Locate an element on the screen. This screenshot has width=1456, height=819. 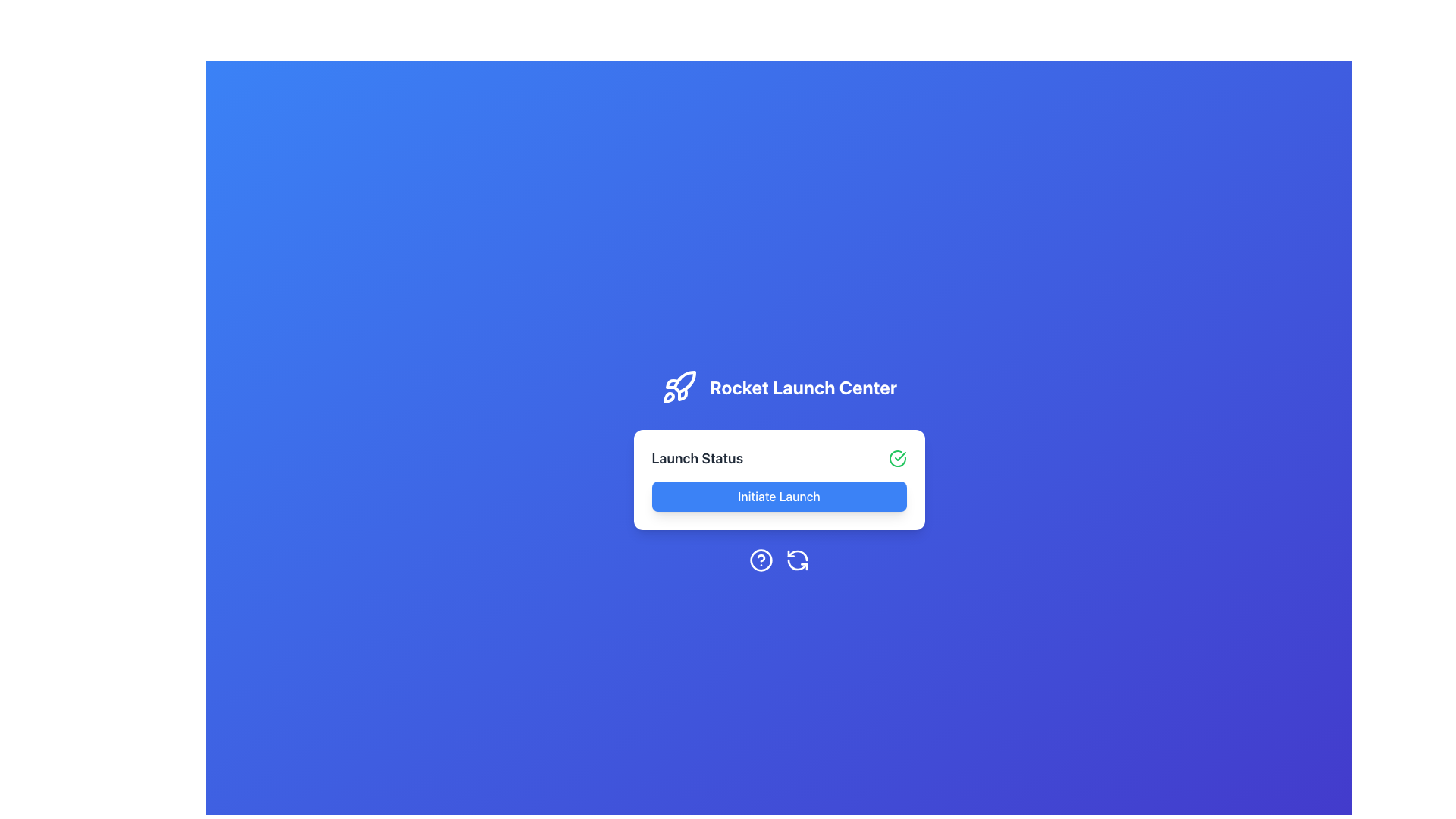
the right circular button icon in the horizontal group, which is intended for reloading or refreshing content, located just below the 'Initiate Launch' button is located at coordinates (779, 560).